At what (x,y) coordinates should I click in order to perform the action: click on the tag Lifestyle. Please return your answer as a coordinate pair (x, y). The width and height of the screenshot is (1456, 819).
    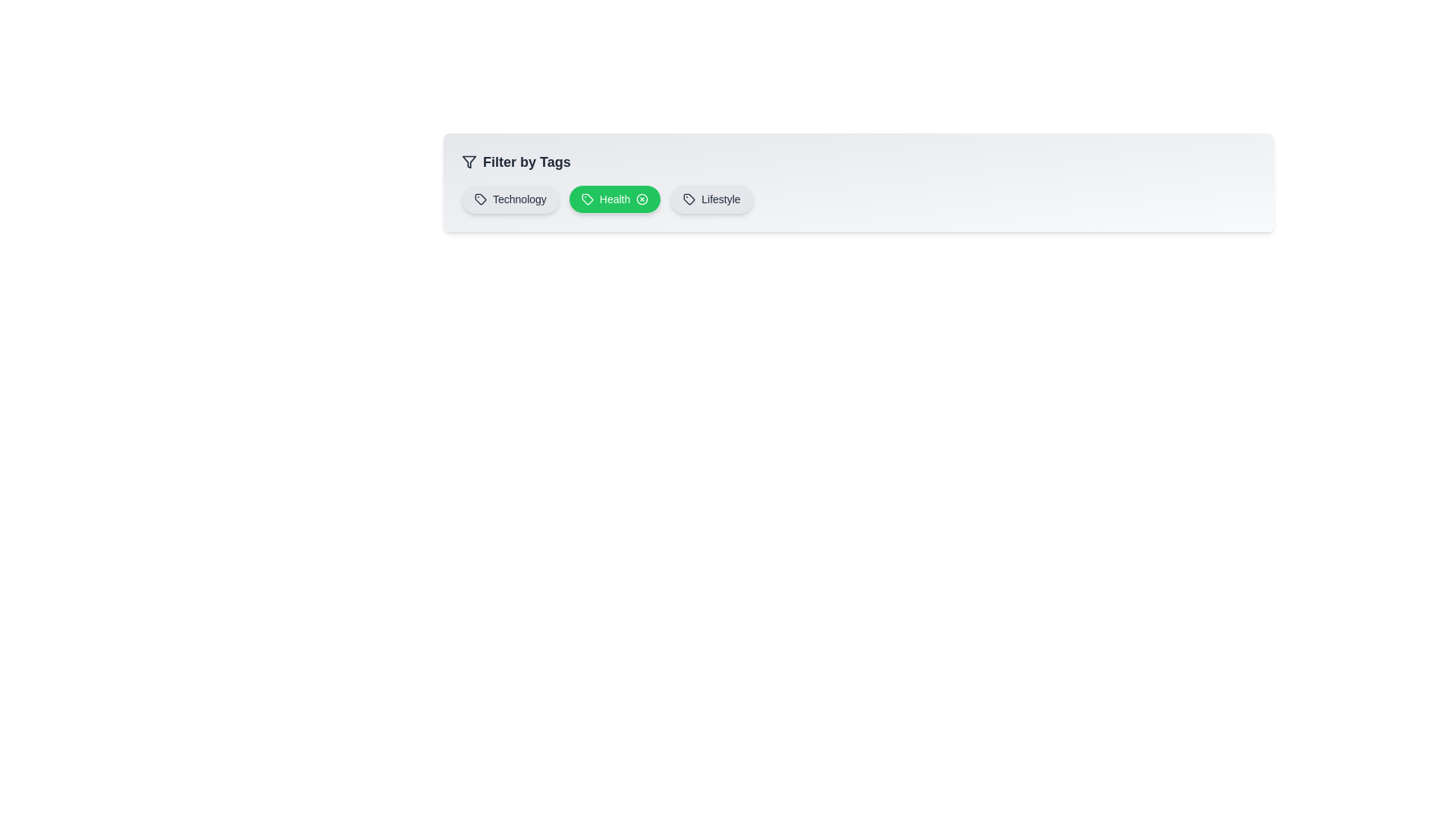
    Looking at the image, I should click on (710, 198).